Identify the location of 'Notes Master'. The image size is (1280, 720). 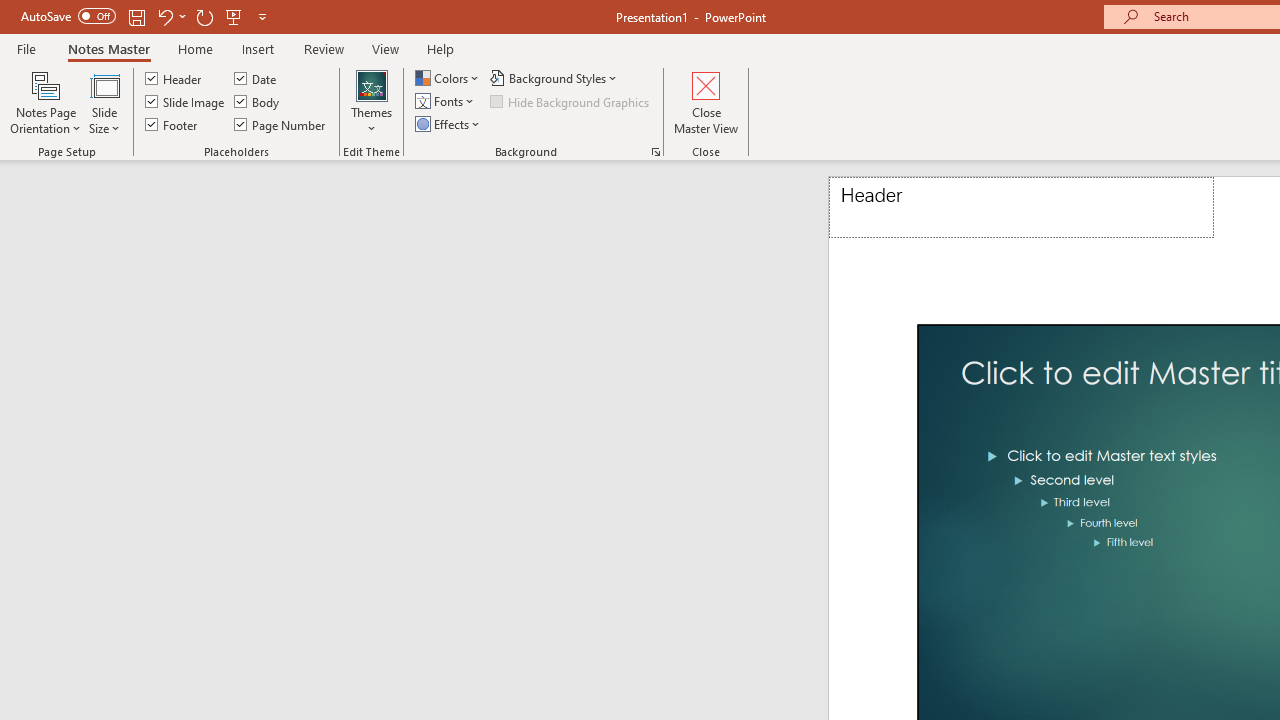
(107, 48).